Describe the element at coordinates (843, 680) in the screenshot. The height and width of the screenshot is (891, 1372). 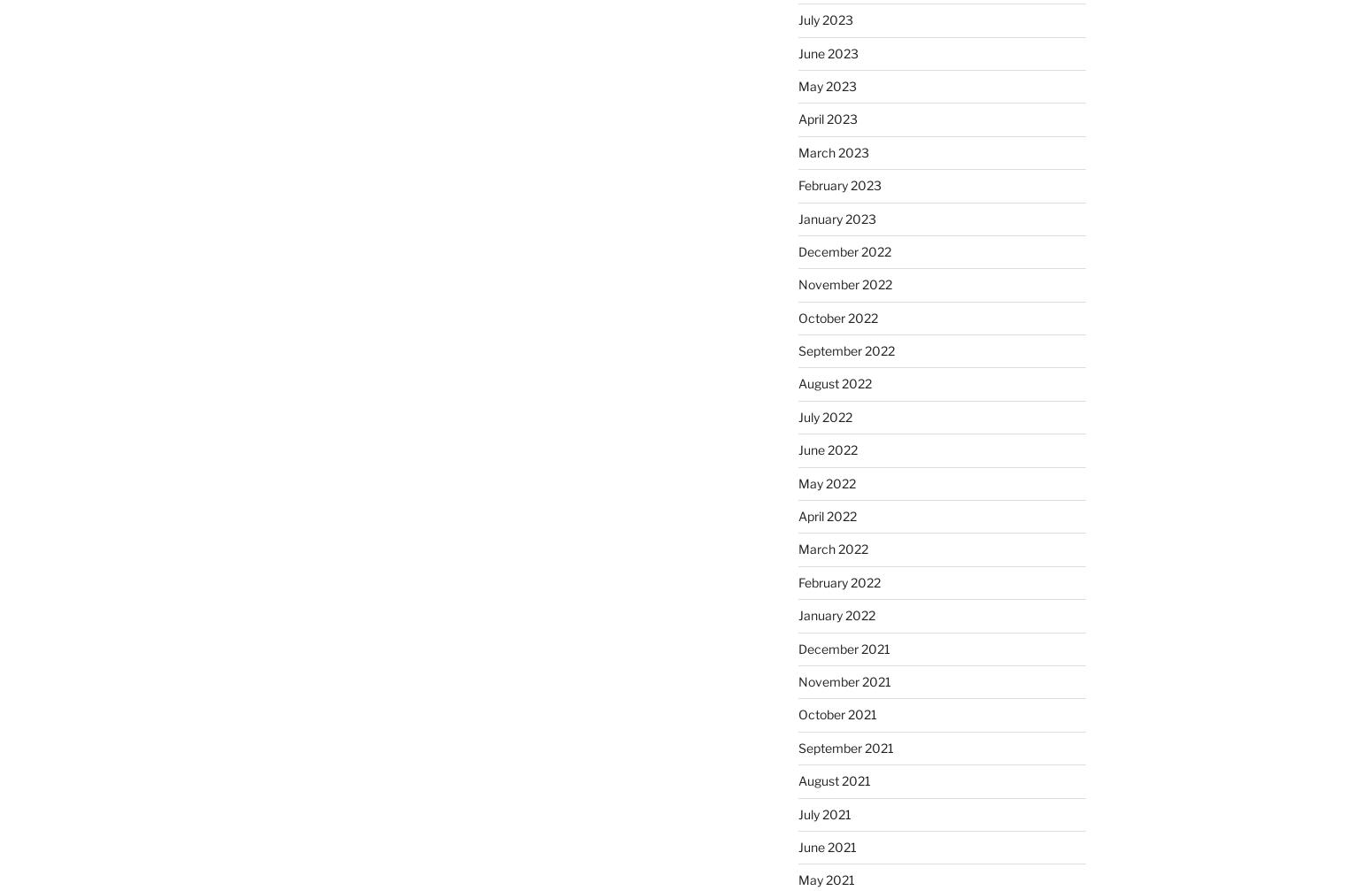
I see `'November 2021'` at that location.